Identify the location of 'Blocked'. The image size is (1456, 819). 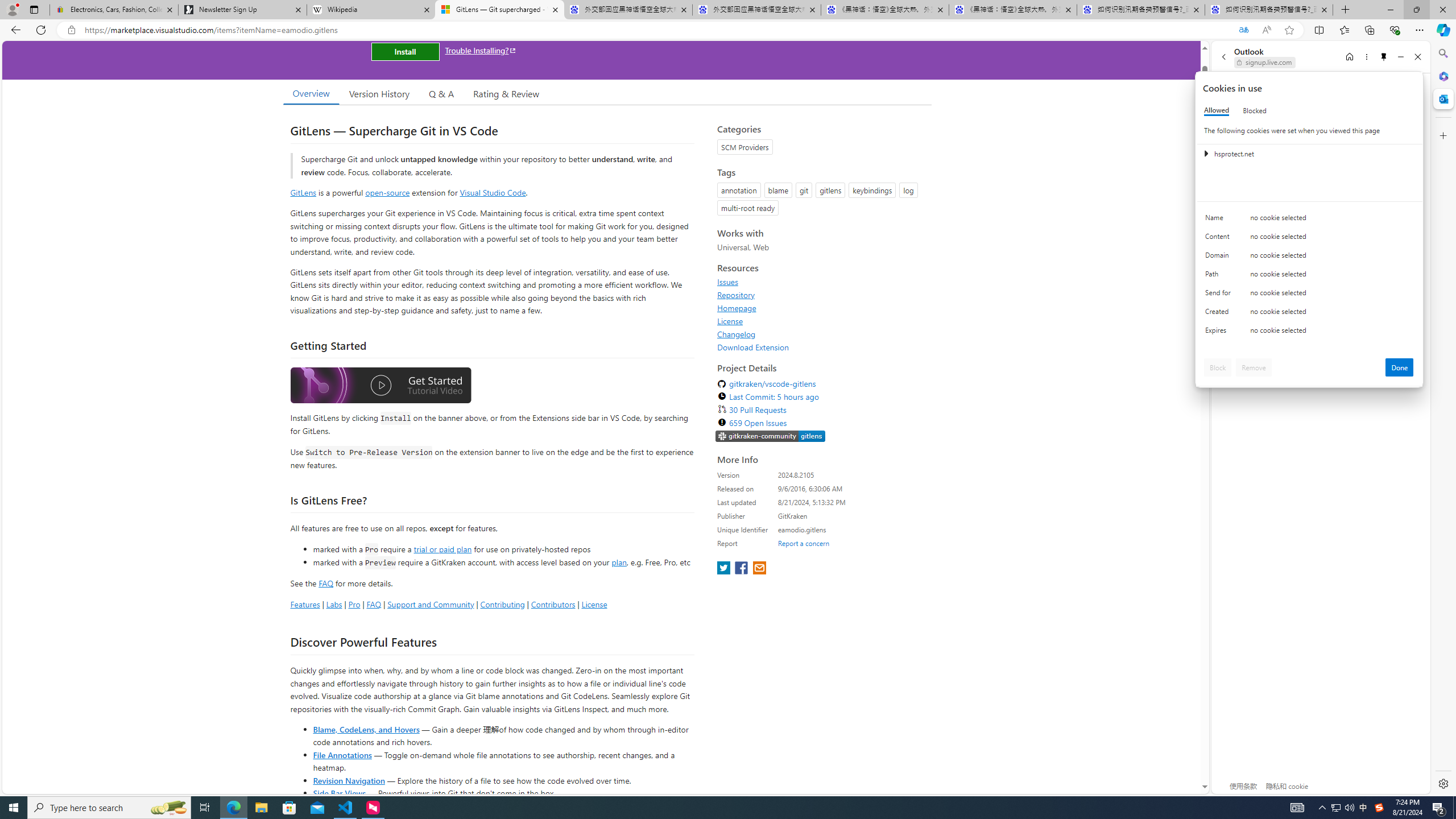
(1254, 110).